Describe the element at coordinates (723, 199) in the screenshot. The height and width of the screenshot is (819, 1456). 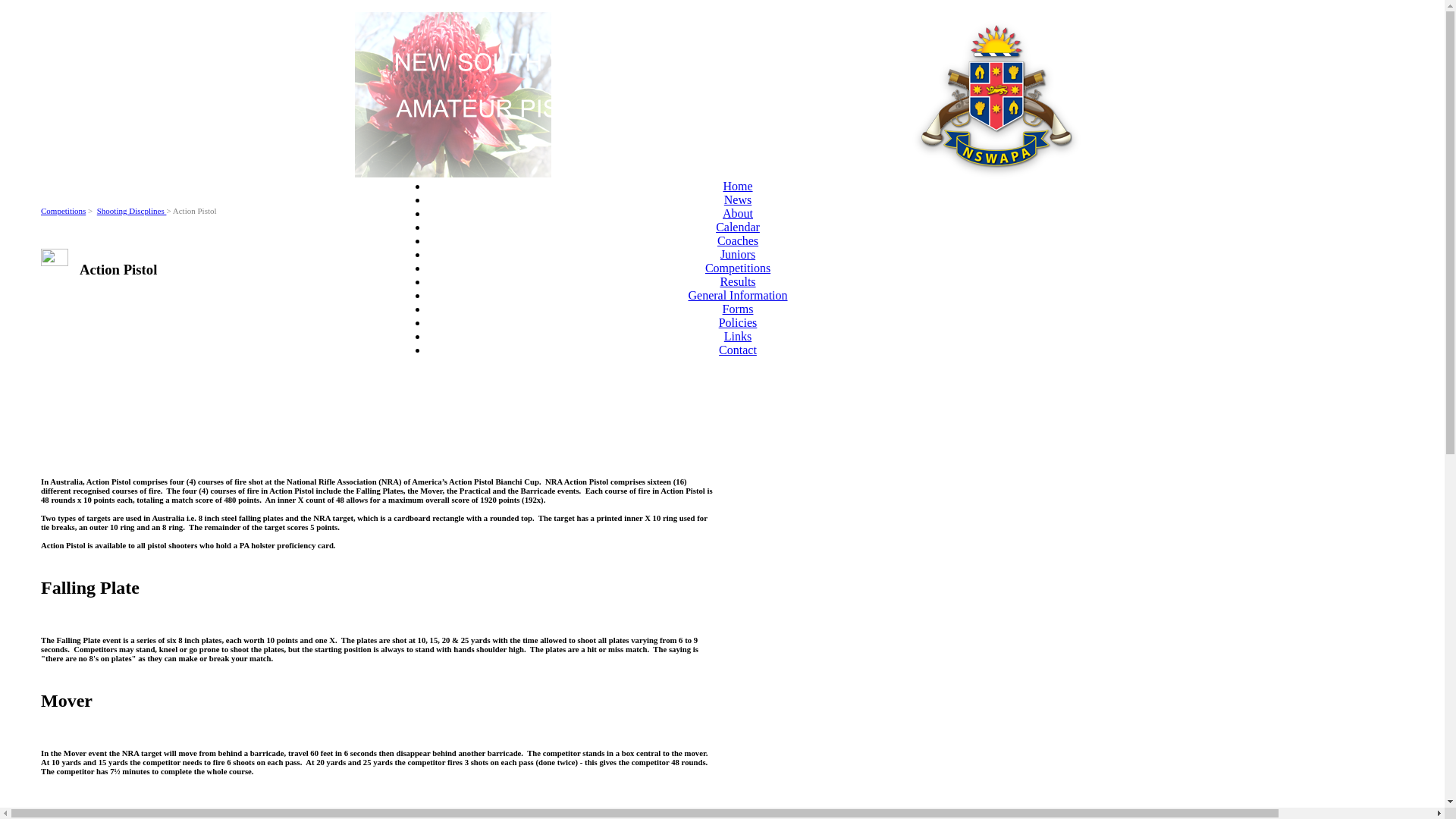
I see `'News'` at that location.